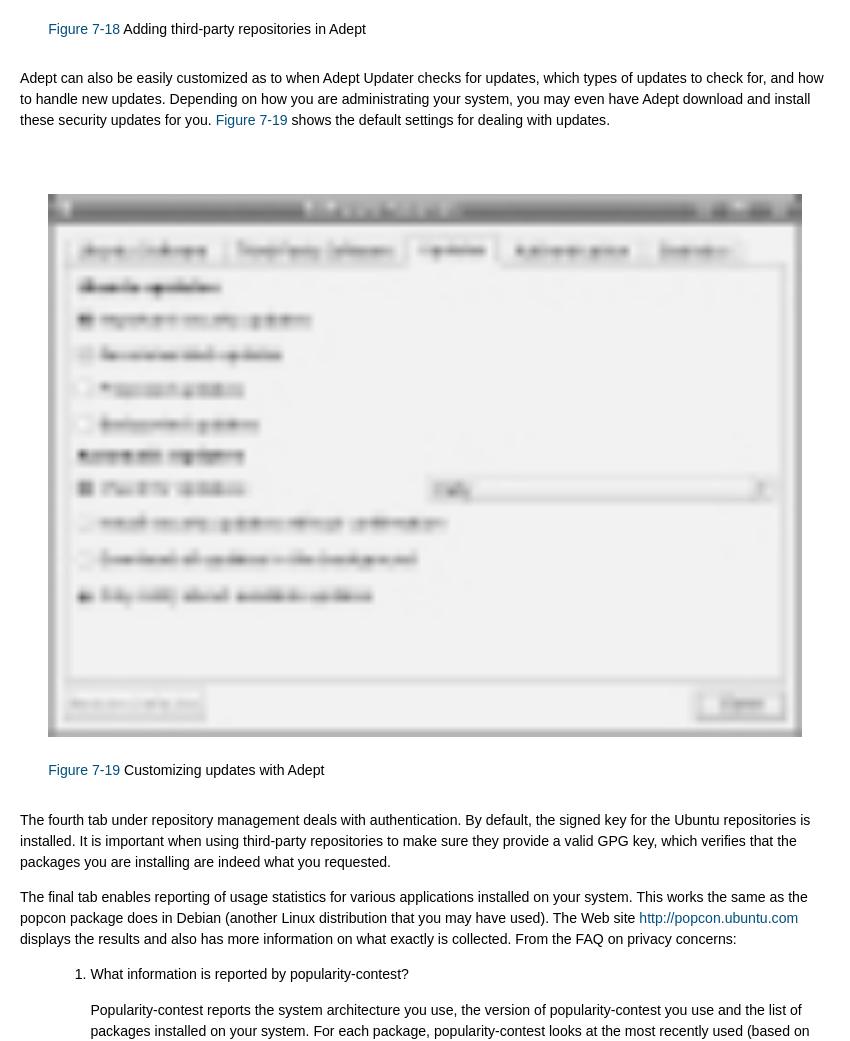  Describe the element at coordinates (83, 27) in the screenshot. I see `'Figure 7-18'` at that location.